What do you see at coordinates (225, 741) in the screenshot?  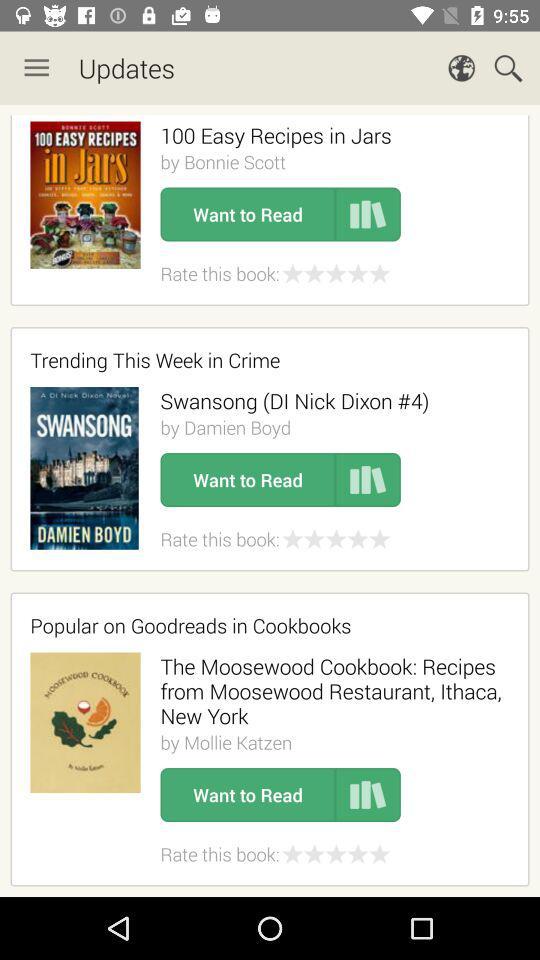 I see `the icon above the want to read` at bounding box center [225, 741].